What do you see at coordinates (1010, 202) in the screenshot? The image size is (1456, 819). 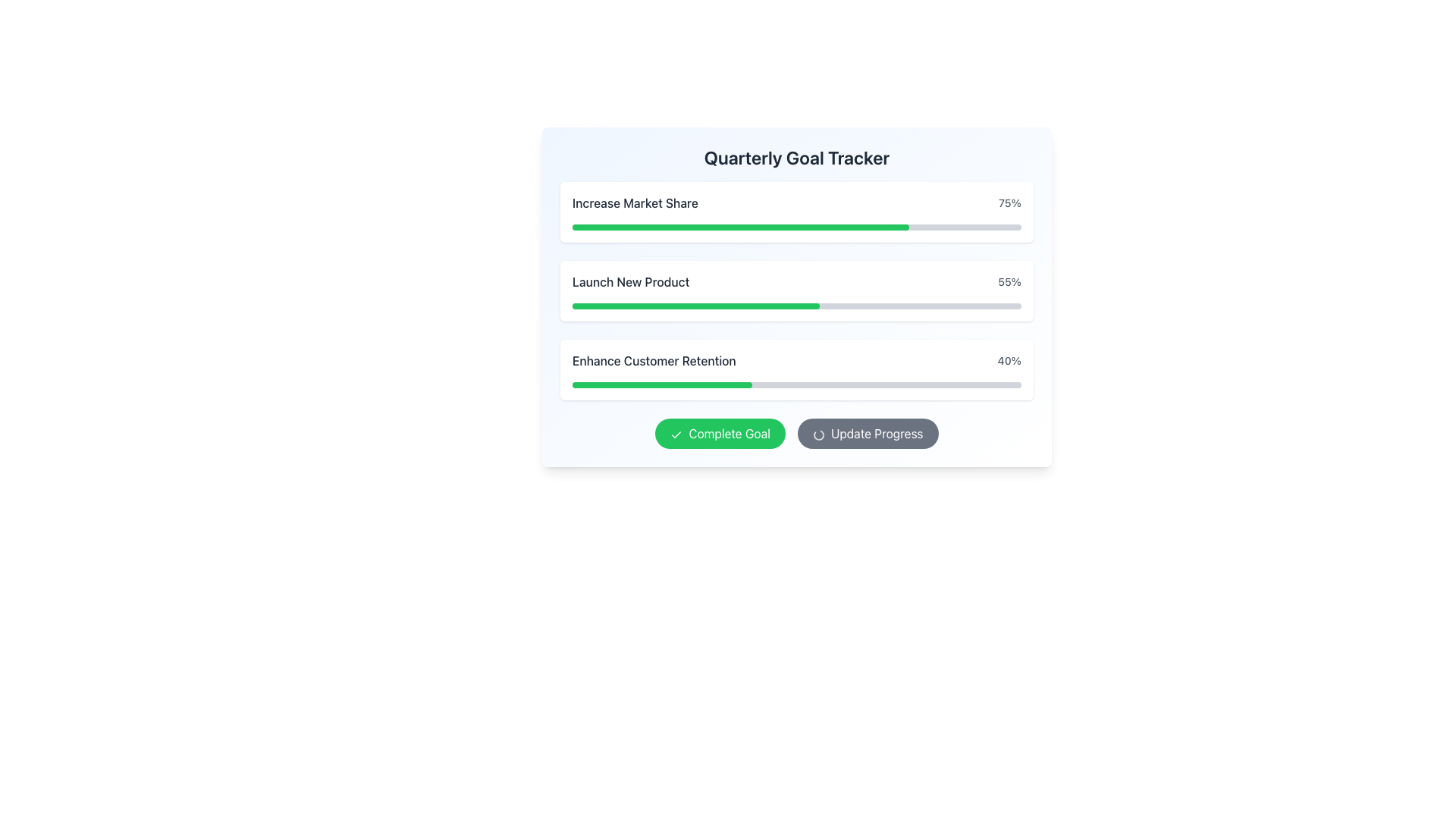 I see `text label displaying '75%' located at the right end of the components, adjacent to the green progress bar indicating completion level` at bounding box center [1010, 202].